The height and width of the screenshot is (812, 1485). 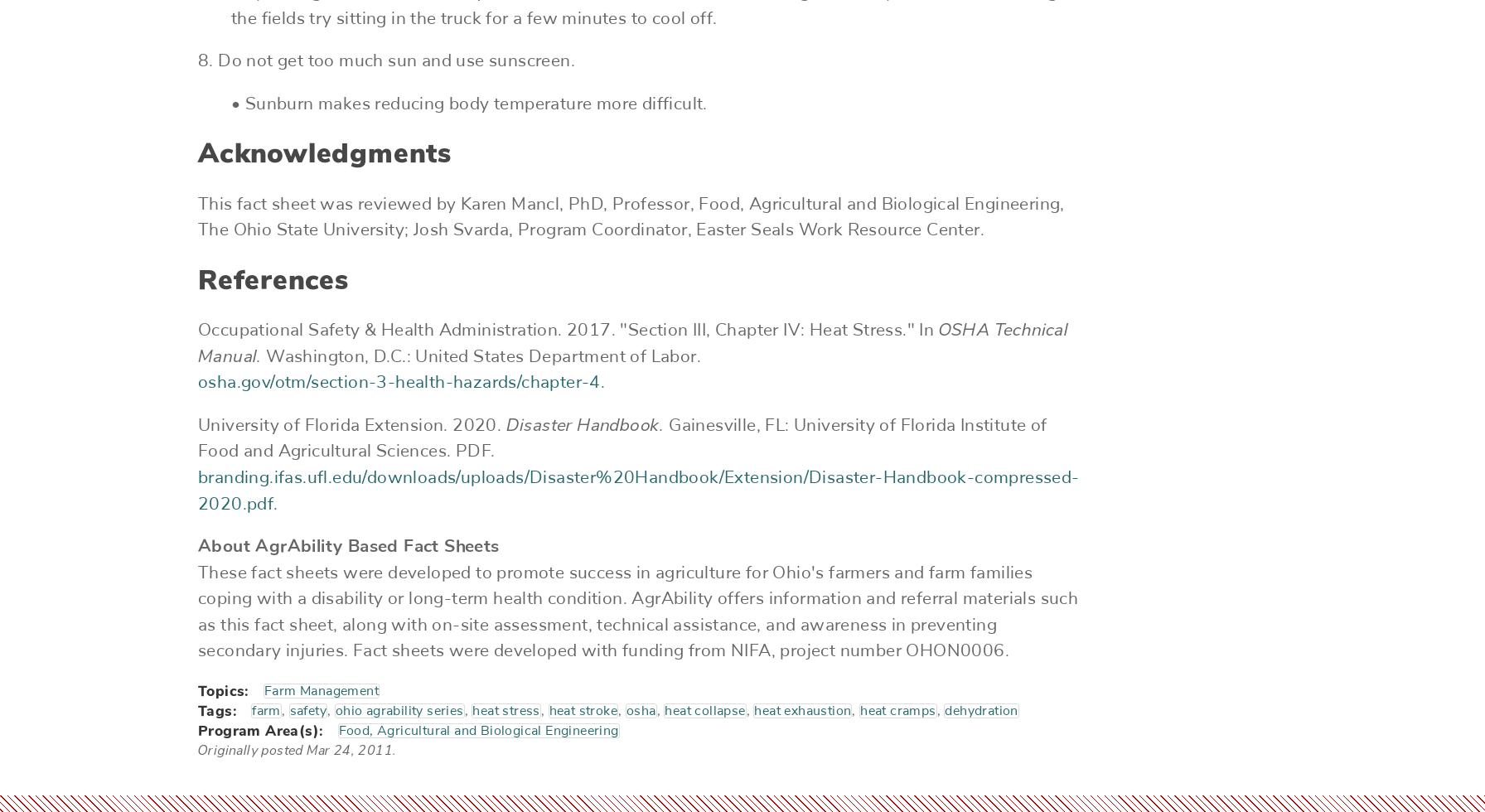 What do you see at coordinates (401, 382) in the screenshot?
I see `'osha.gov/otm/section-3-health-hazards/chapter-4.'` at bounding box center [401, 382].